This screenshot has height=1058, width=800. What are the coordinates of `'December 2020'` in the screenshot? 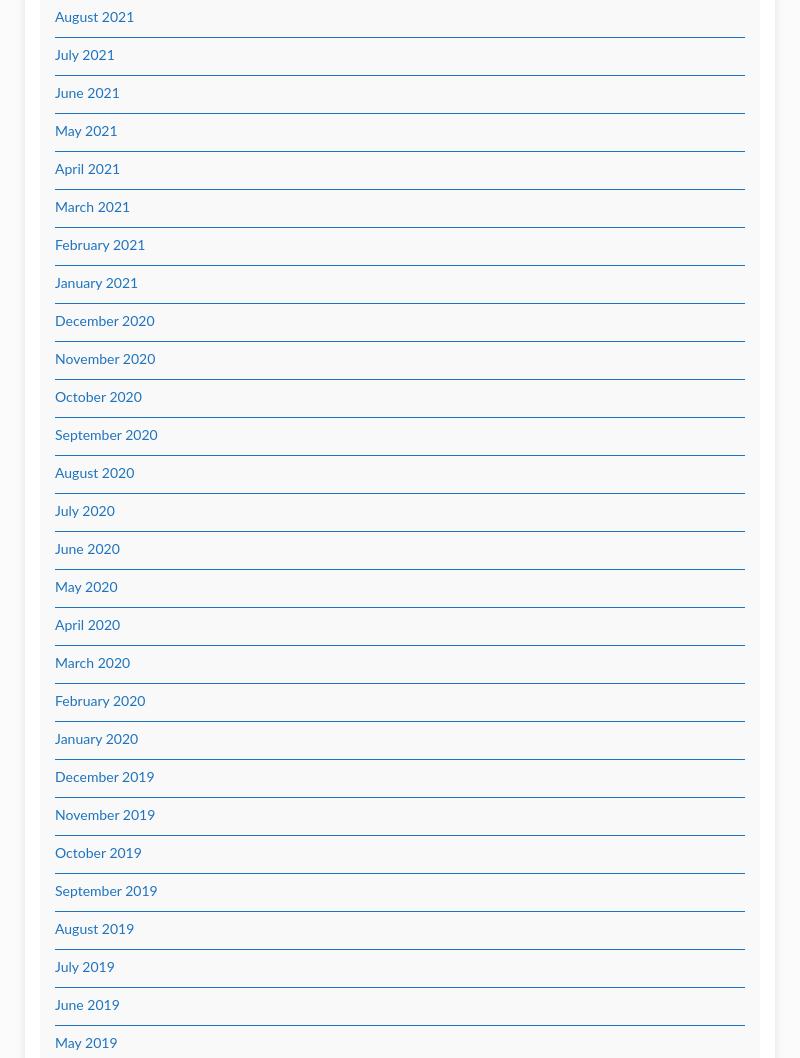 It's located at (54, 320).